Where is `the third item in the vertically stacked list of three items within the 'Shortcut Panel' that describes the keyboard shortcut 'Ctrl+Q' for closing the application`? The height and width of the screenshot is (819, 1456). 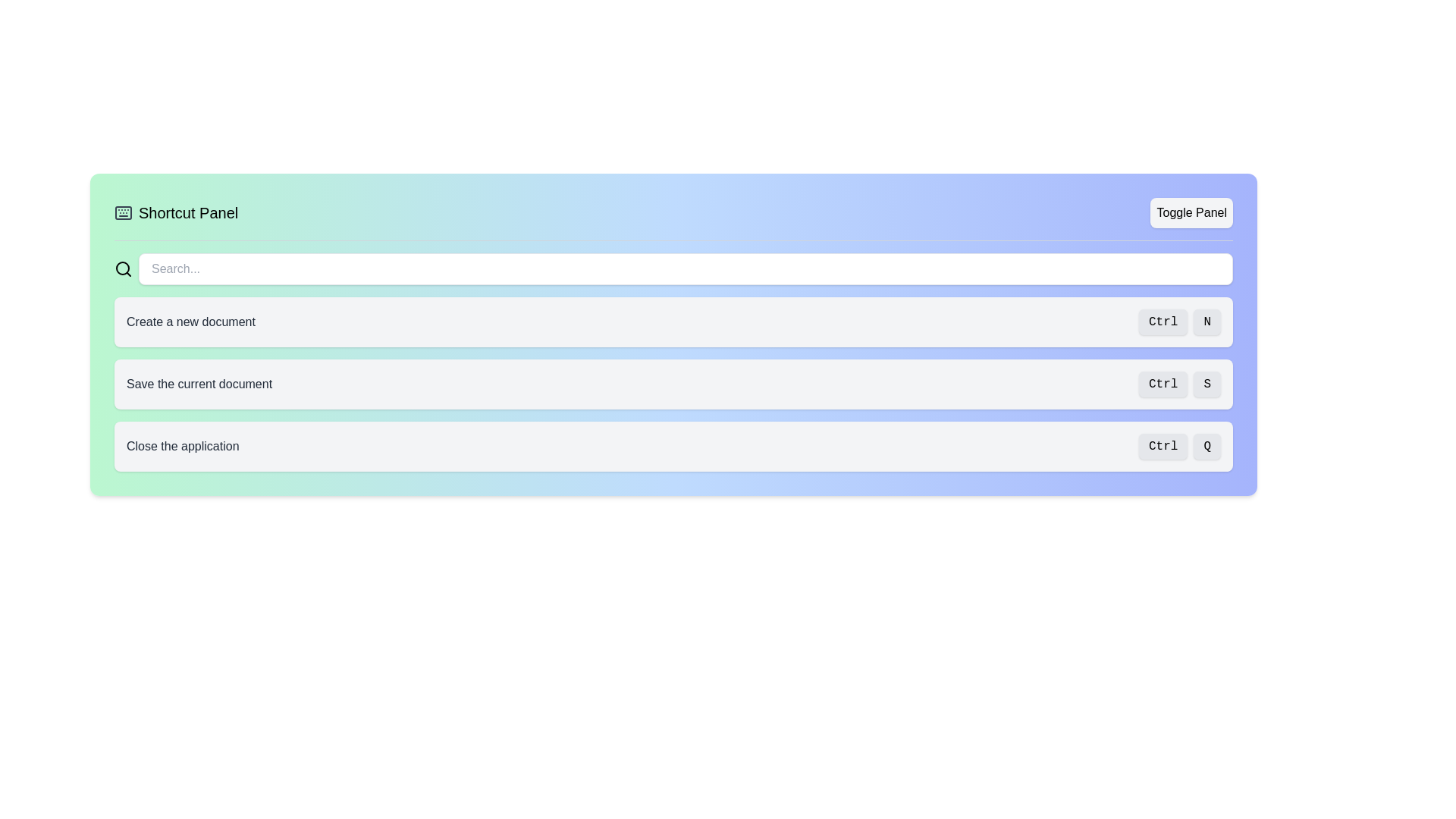 the third item in the vertically stacked list of three items within the 'Shortcut Panel' that describes the keyboard shortcut 'Ctrl+Q' for closing the application is located at coordinates (673, 446).